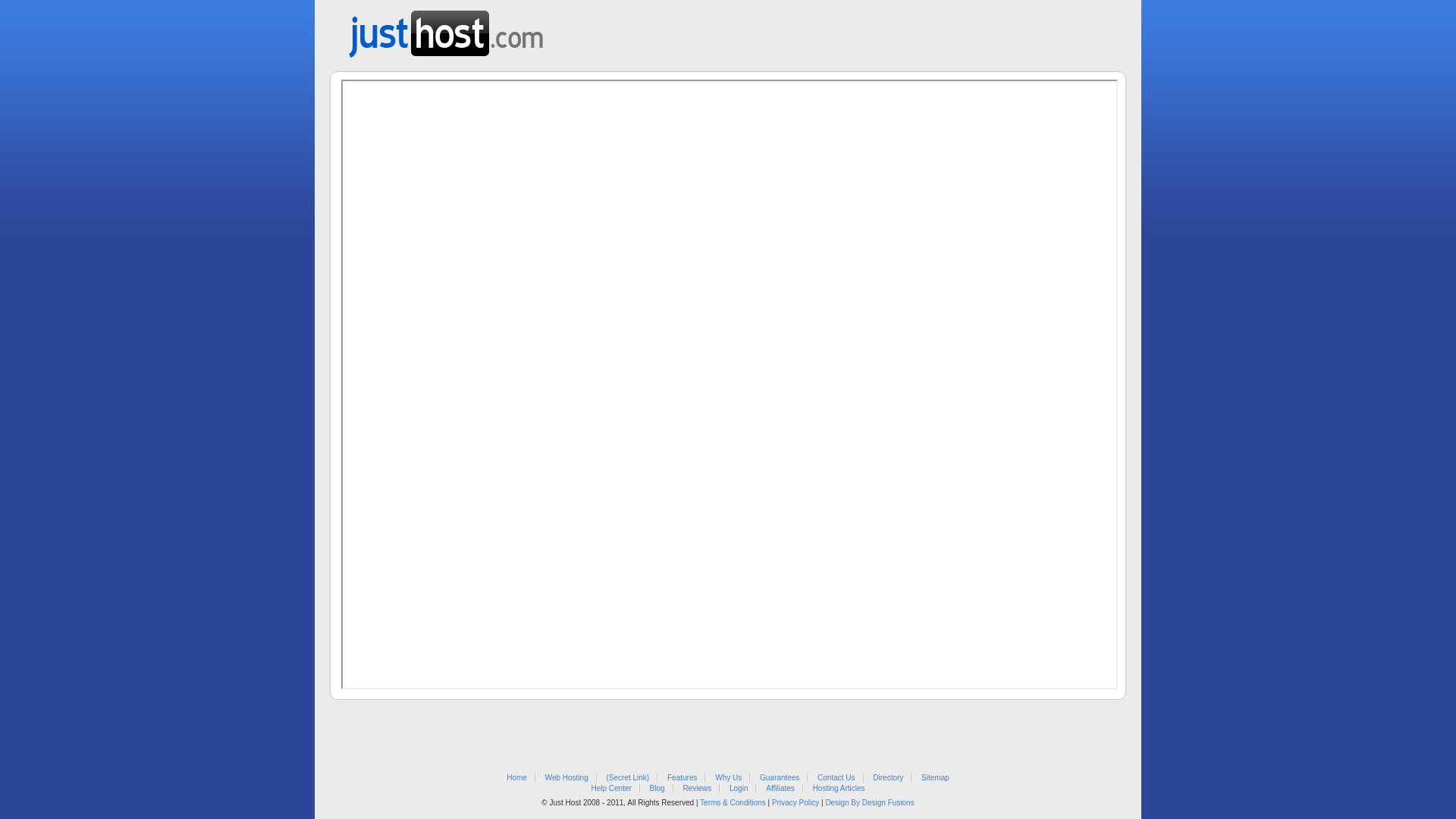 This screenshot has height=819, width=1456. I want to click on 'Design By Design Fusions', so click(824, 802).